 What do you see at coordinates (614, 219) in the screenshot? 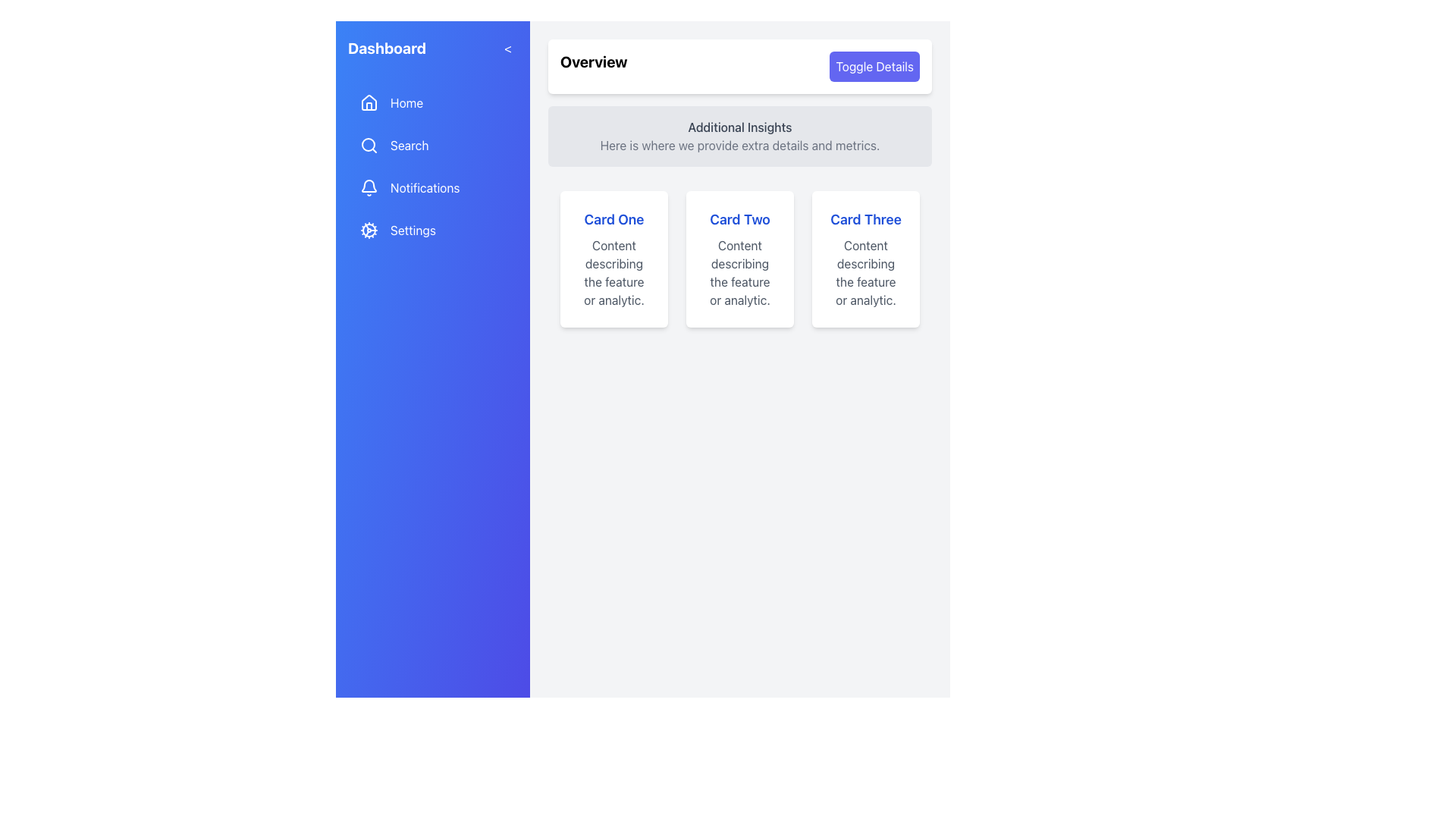
I see `the blue-colored, bold text labeled 'Card One' located at the top of the first card, which is positioned immediately below the 'Additional Insights' section` at bounding box center [614, 219].